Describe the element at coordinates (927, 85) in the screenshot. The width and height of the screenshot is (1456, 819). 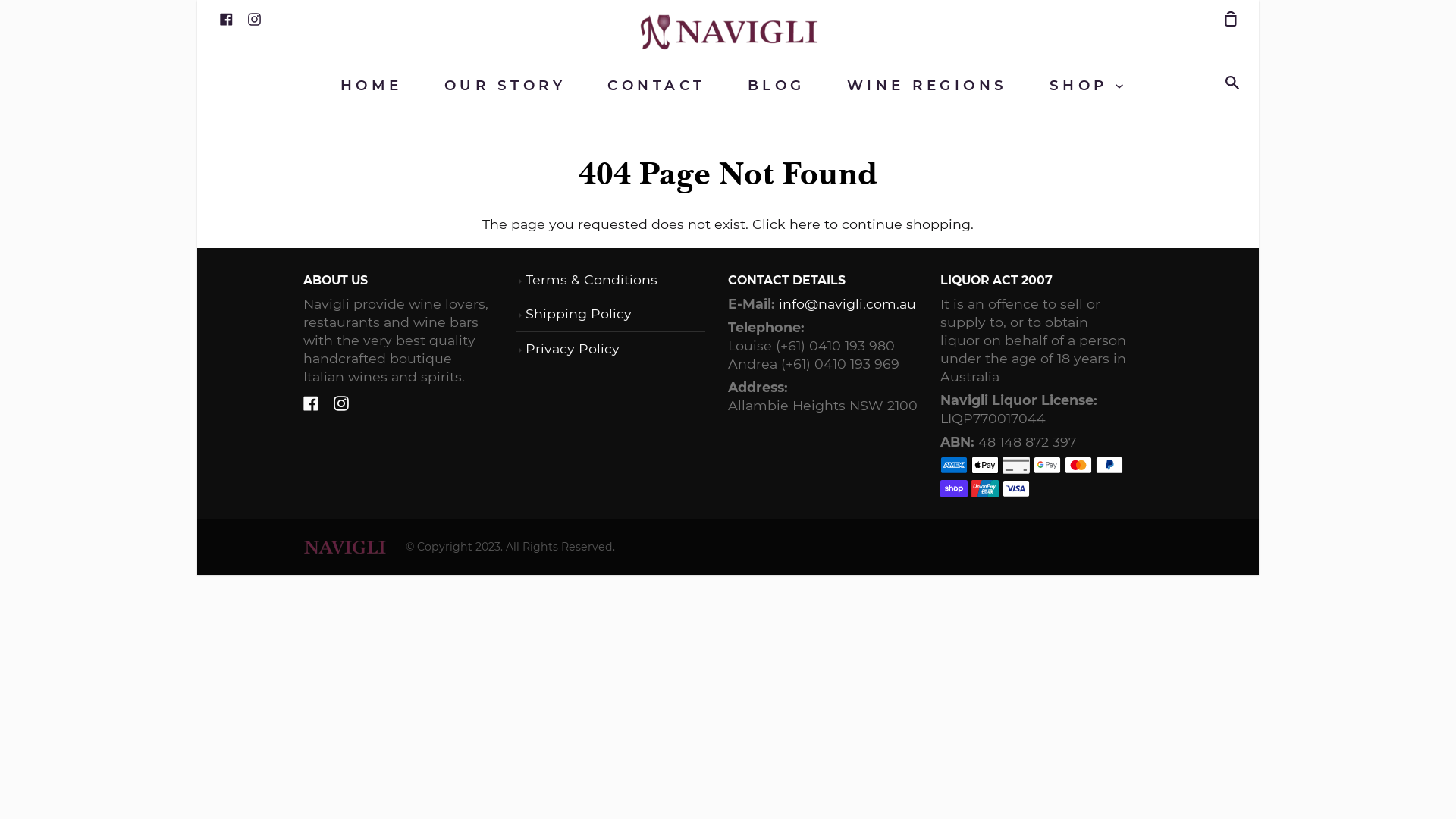
I see `'WINE REGIONS'` at that location.